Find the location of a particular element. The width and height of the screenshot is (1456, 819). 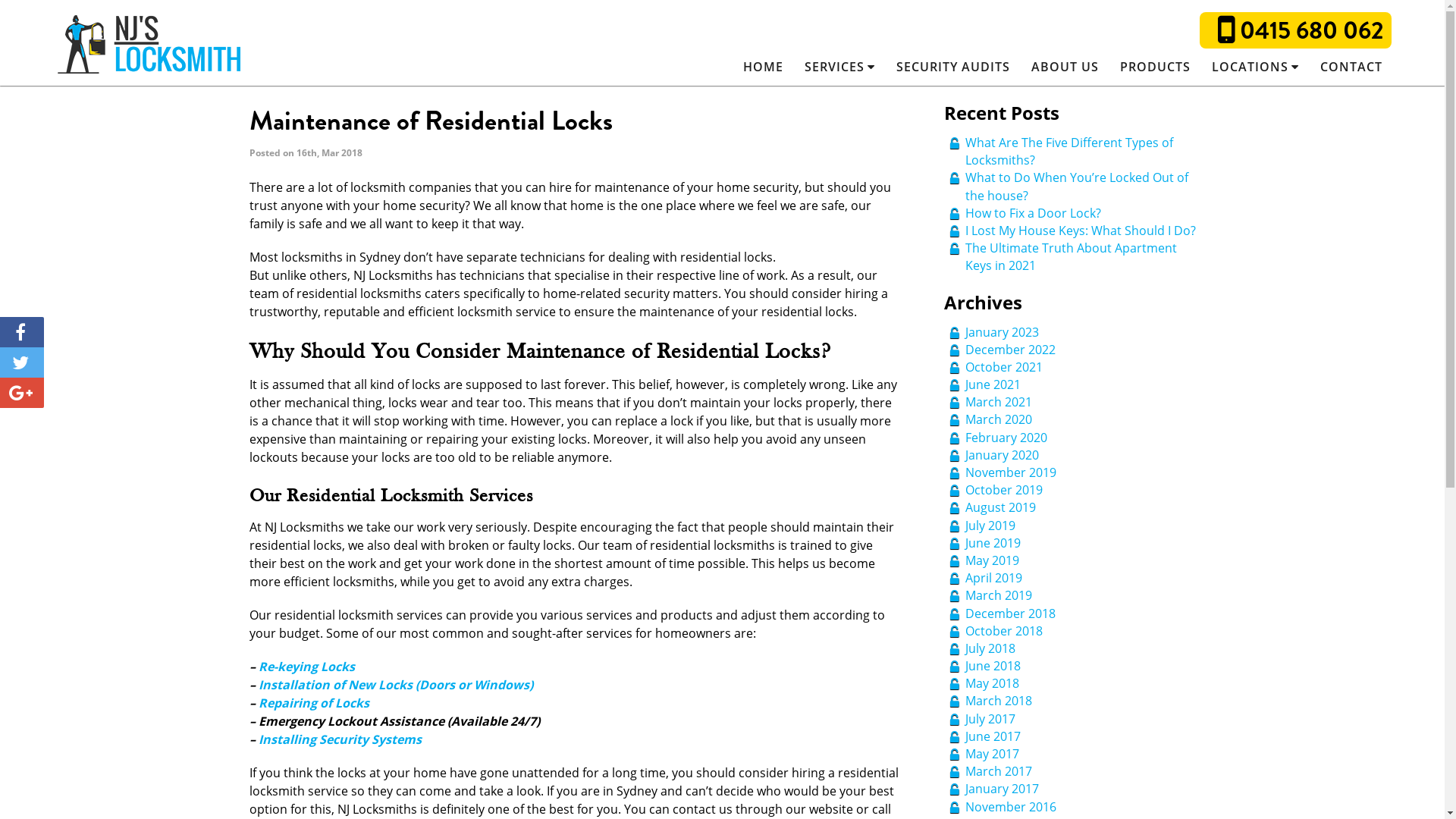

'October 2021' is located at coordinates (964, 366).